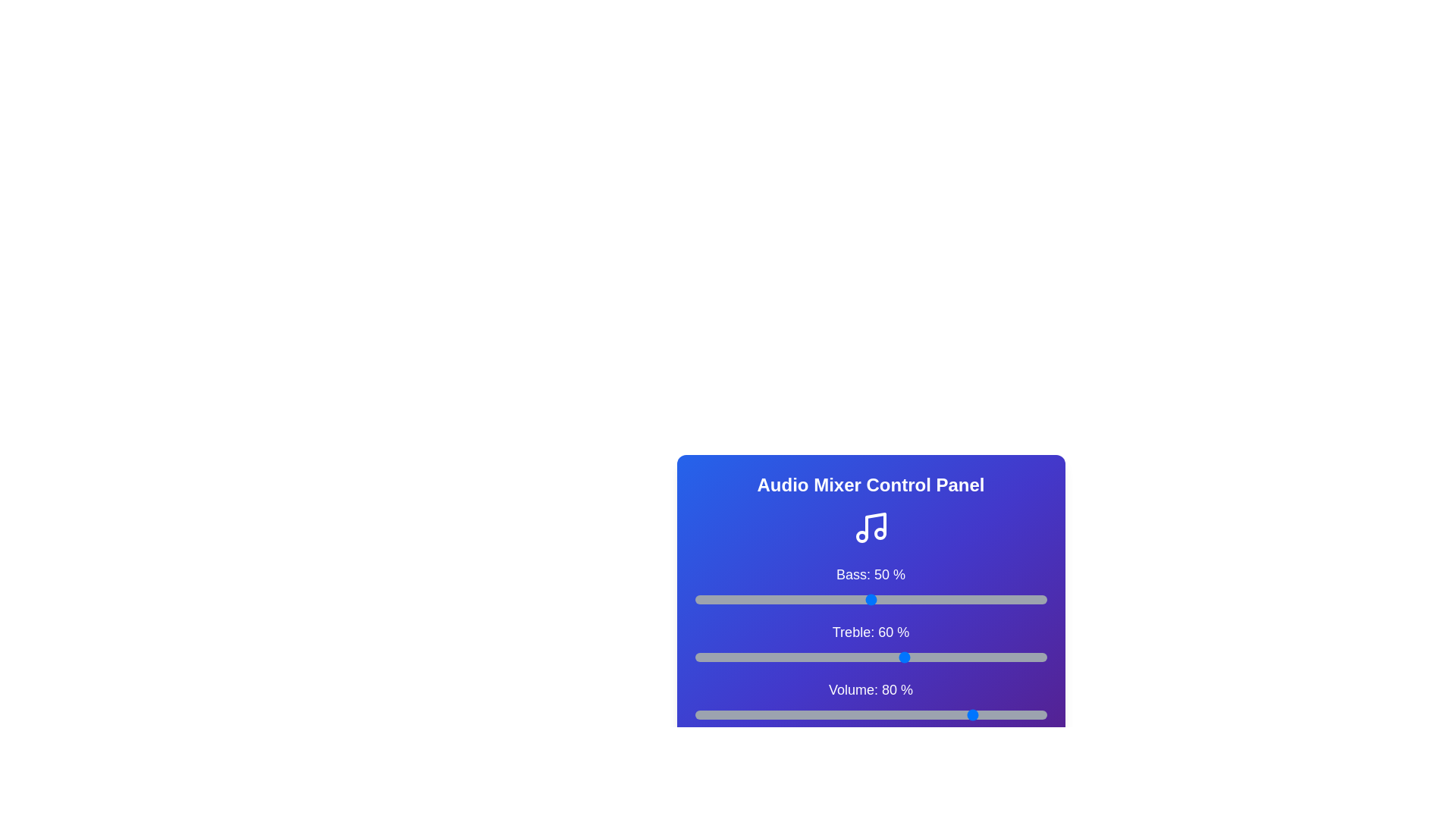 The image size is (1456, 819). What do you see at coordinates (803, 598) in the screenshot?
I see `the bass slider to 31%` at bounding box center [803, 598].